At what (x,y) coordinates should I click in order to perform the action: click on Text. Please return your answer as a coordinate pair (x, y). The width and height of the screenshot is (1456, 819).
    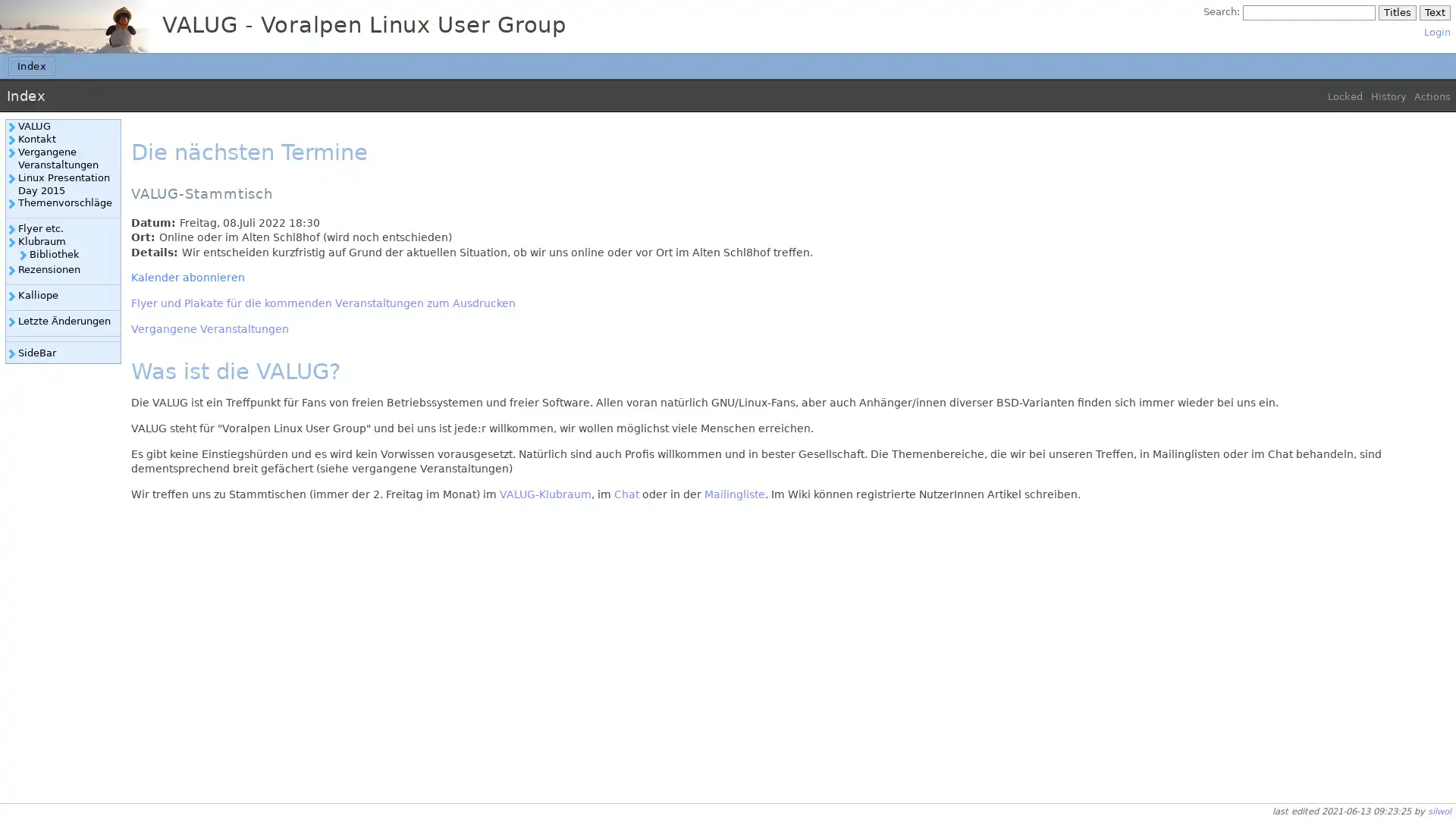
    Looking at the image, I should click on (1433, 12).